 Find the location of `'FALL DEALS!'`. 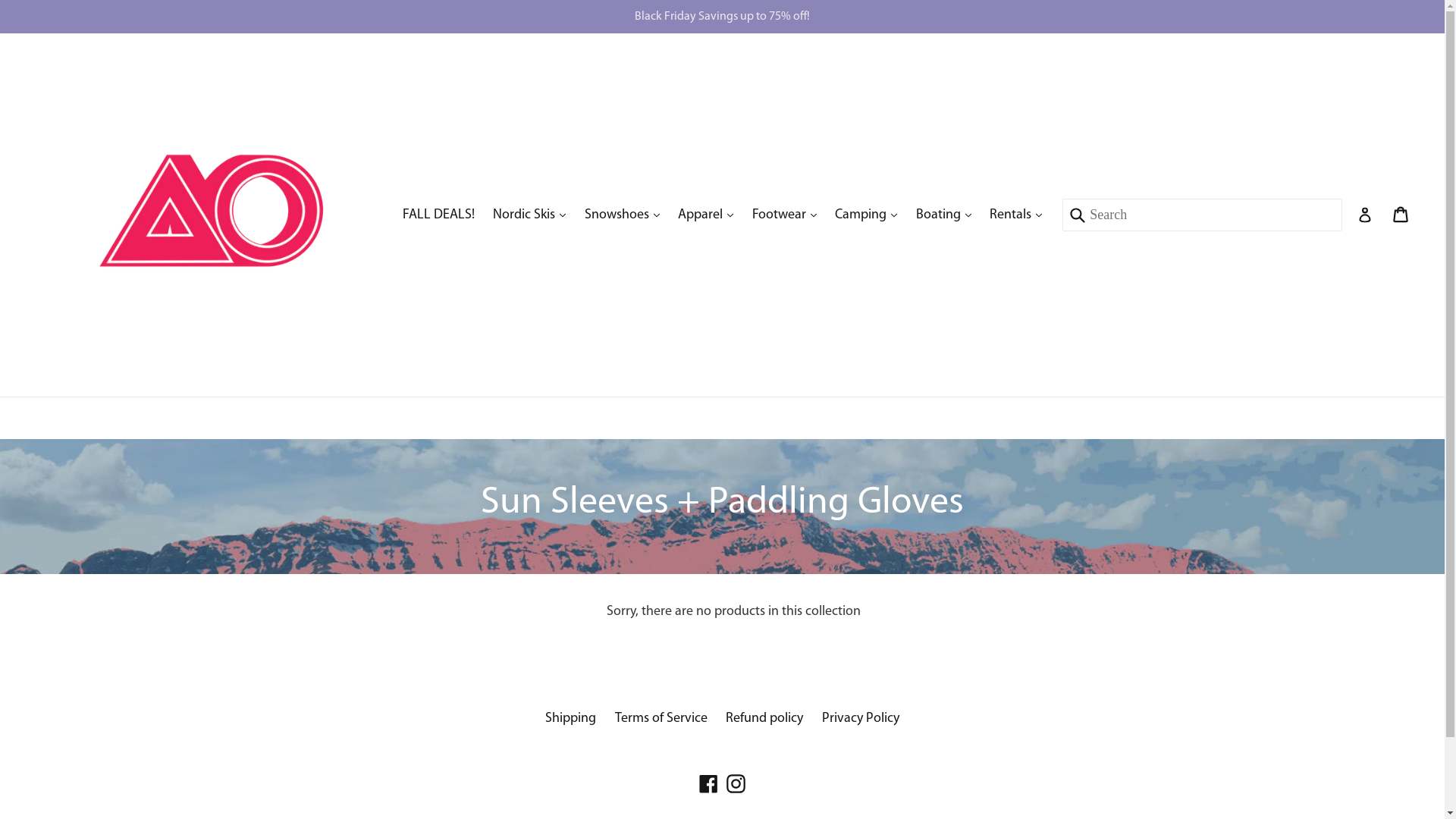

'FALL DEALS!' is located at coordinates (438, 215).